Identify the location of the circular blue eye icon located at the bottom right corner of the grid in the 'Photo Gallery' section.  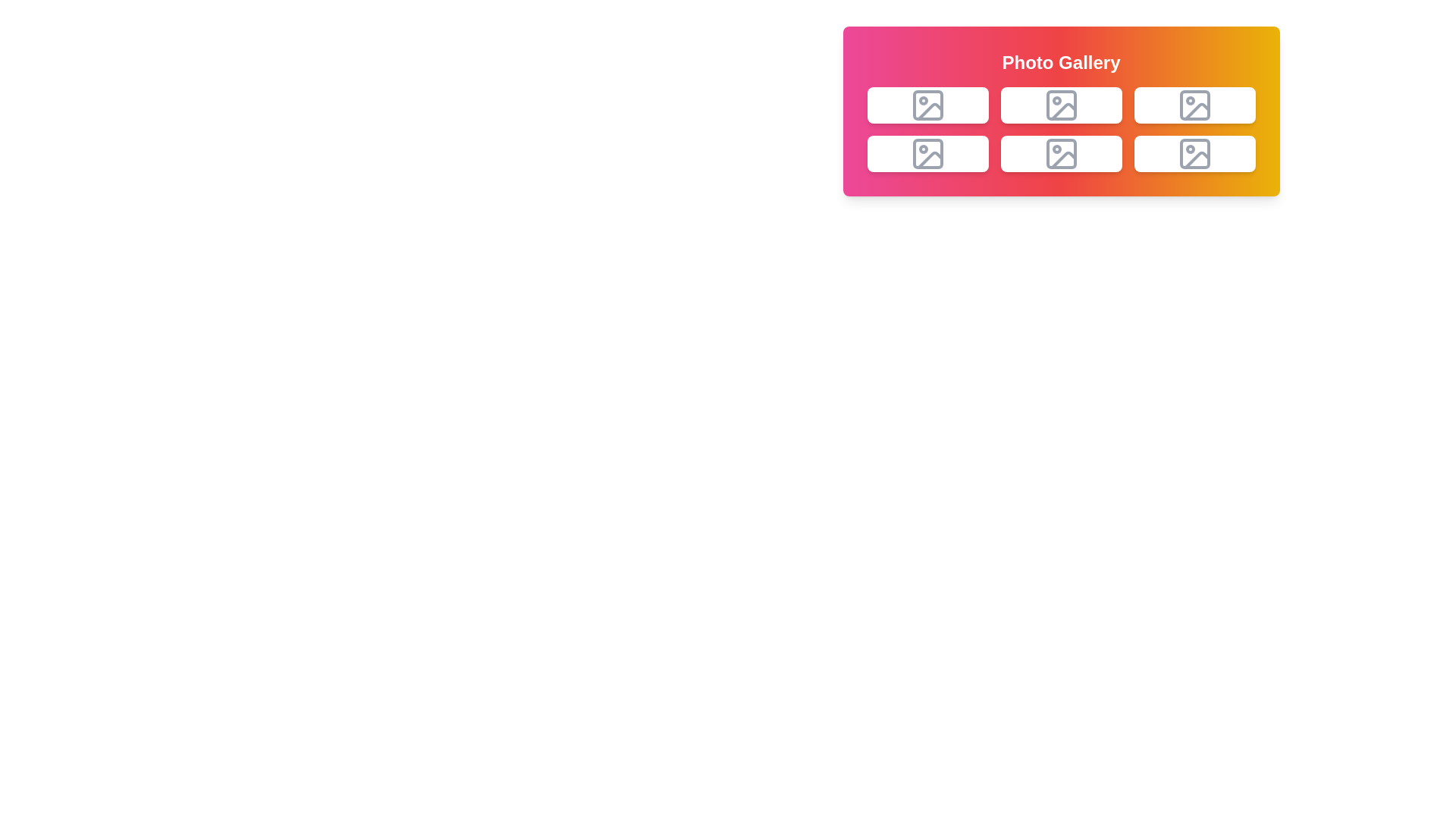
(1174, 154).